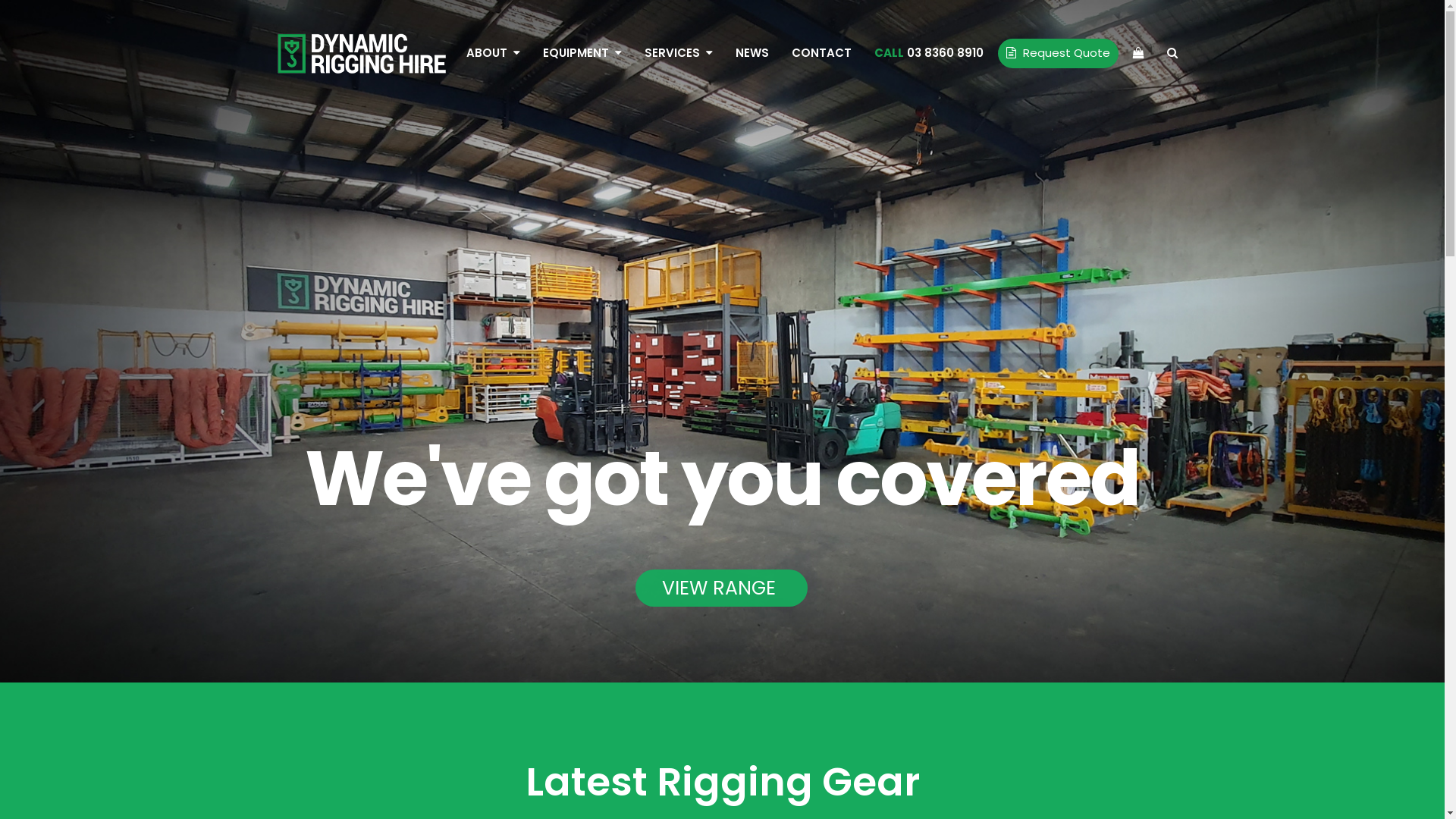 The height and width of the screenshot is (819, 1456). What do you see at coordinates (493, 52) in the screenshot?
I see `'ABOUT'` at bounding box center [493, 52].